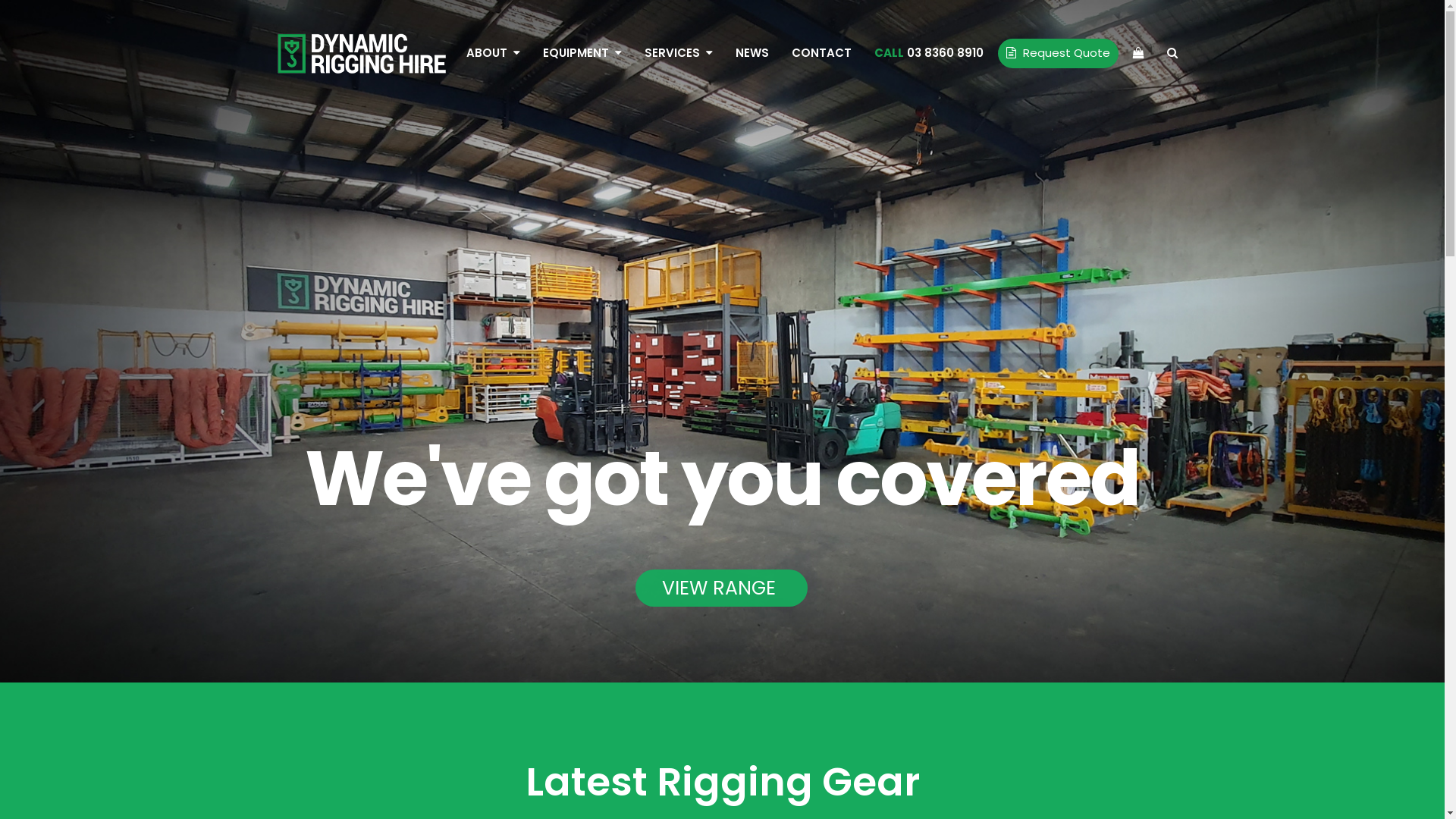 The height and width of the screenshot is (819, 1456). What do you see at coordinates (493, 52) in the screenshot?
I see `'ABOUT'` at bounding box center [493, 52].